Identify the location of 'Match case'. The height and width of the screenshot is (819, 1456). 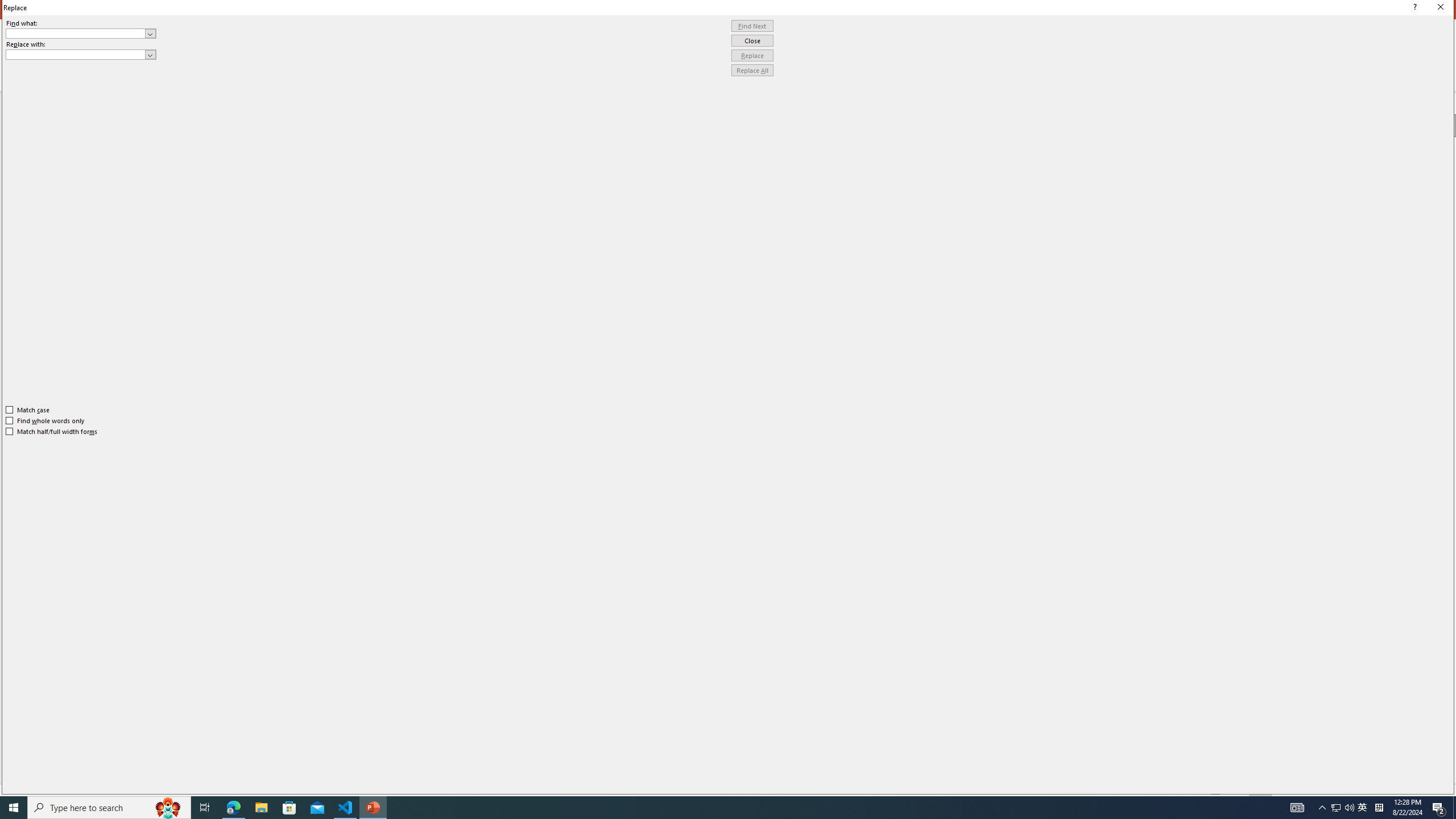
(27, 409).